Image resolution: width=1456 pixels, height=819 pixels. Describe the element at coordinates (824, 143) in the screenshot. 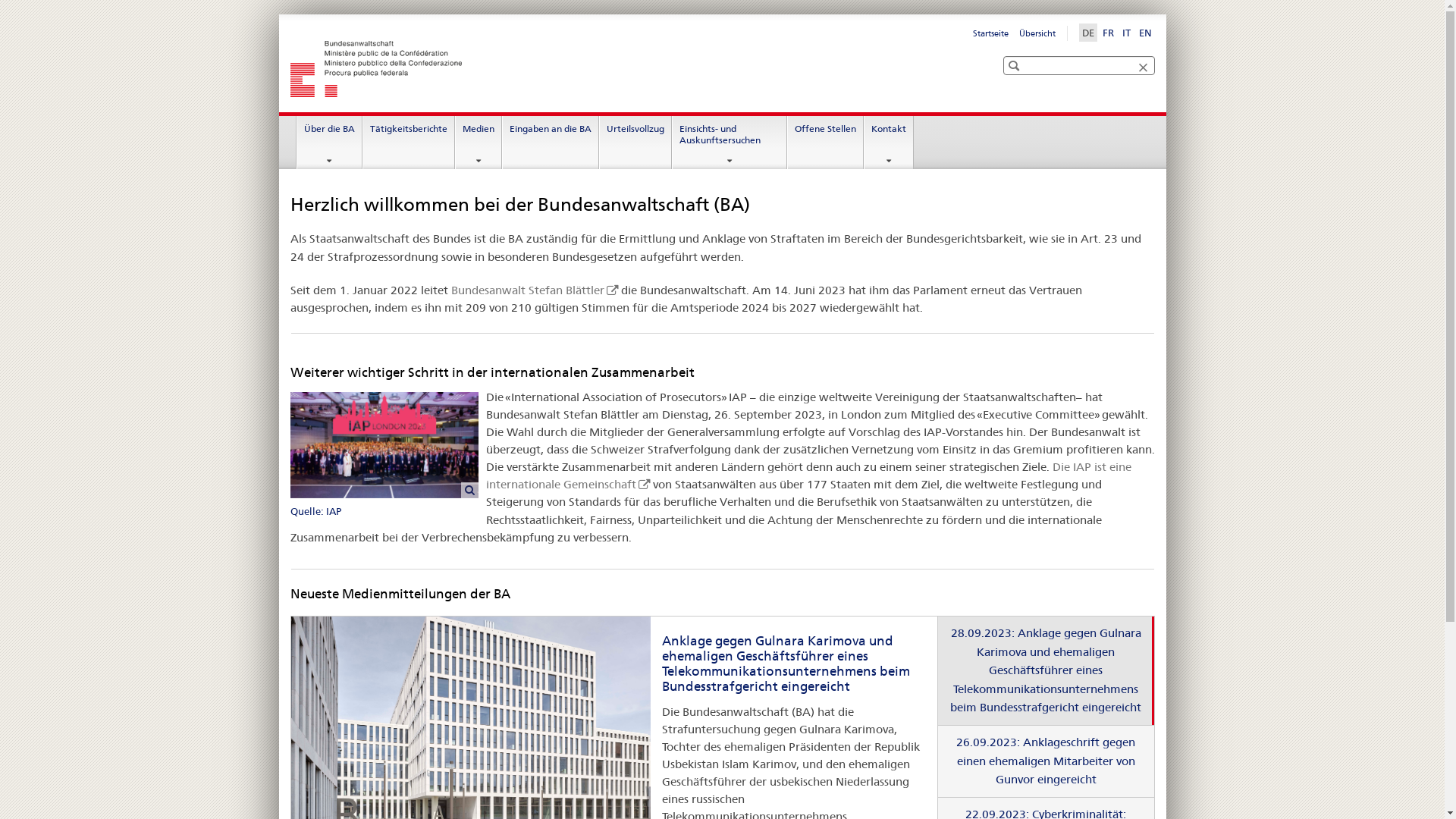

I see `'Offene Stellen'` at that location.